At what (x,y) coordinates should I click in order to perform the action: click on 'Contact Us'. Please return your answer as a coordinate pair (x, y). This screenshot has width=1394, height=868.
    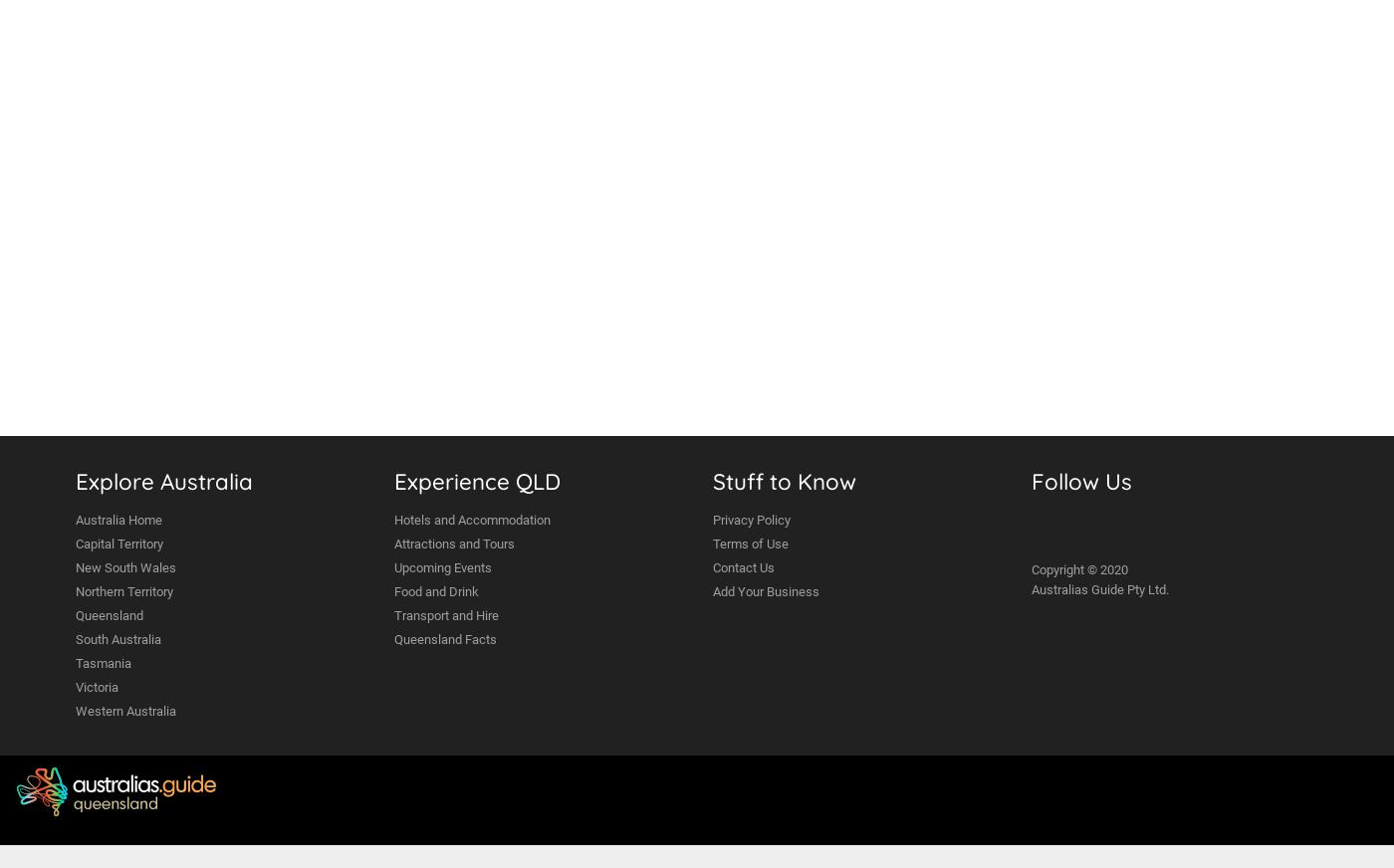
    Looking at the image, I should click on (744, 567).